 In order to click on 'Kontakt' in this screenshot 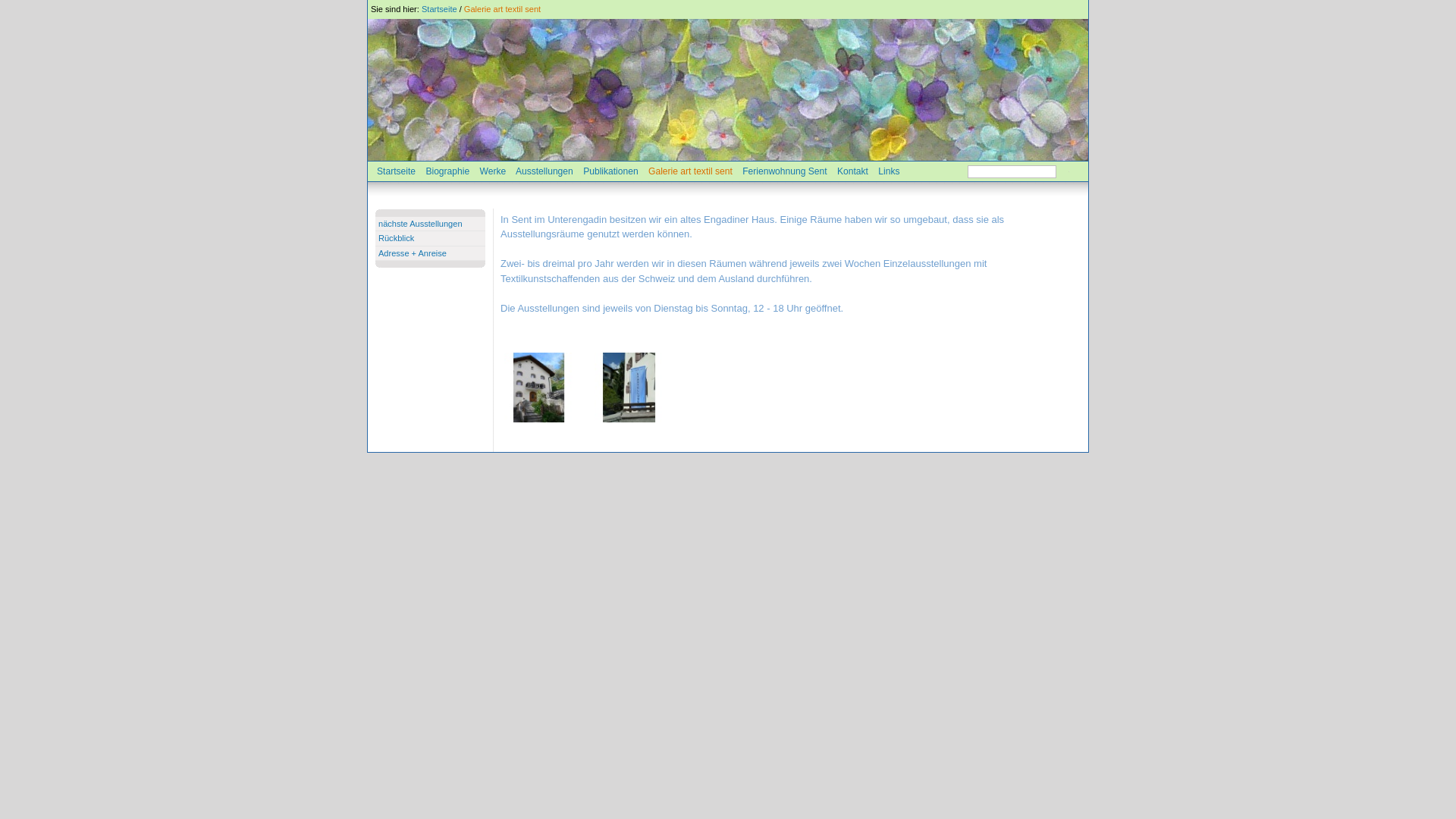, I will do `click(836, 171)`.